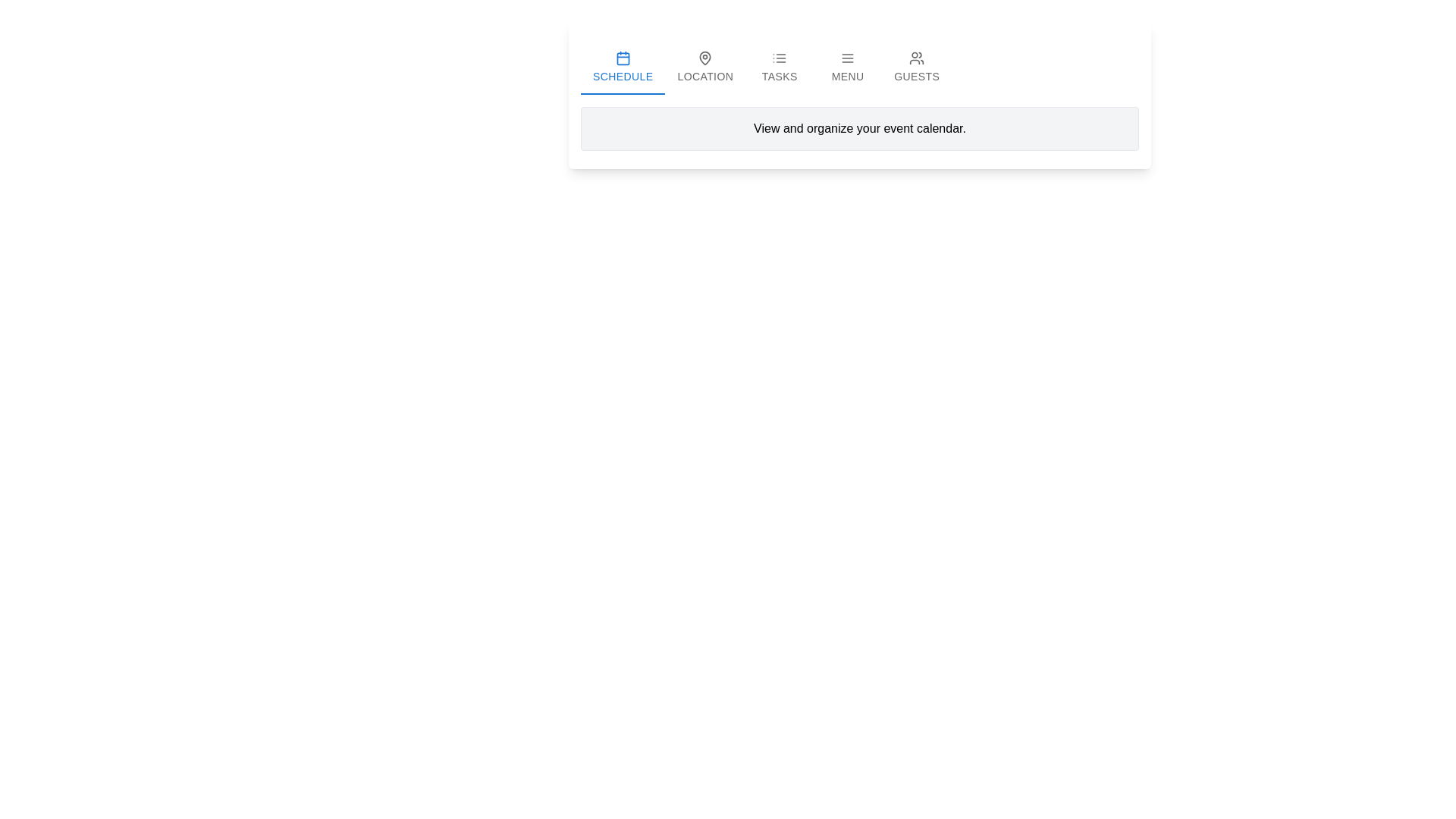 This screenshot has height=819, width=1456. Describe the element at coordinates (779, 66) in the screenshot. I see `the third tab in the horizontal tab bar` at that location.